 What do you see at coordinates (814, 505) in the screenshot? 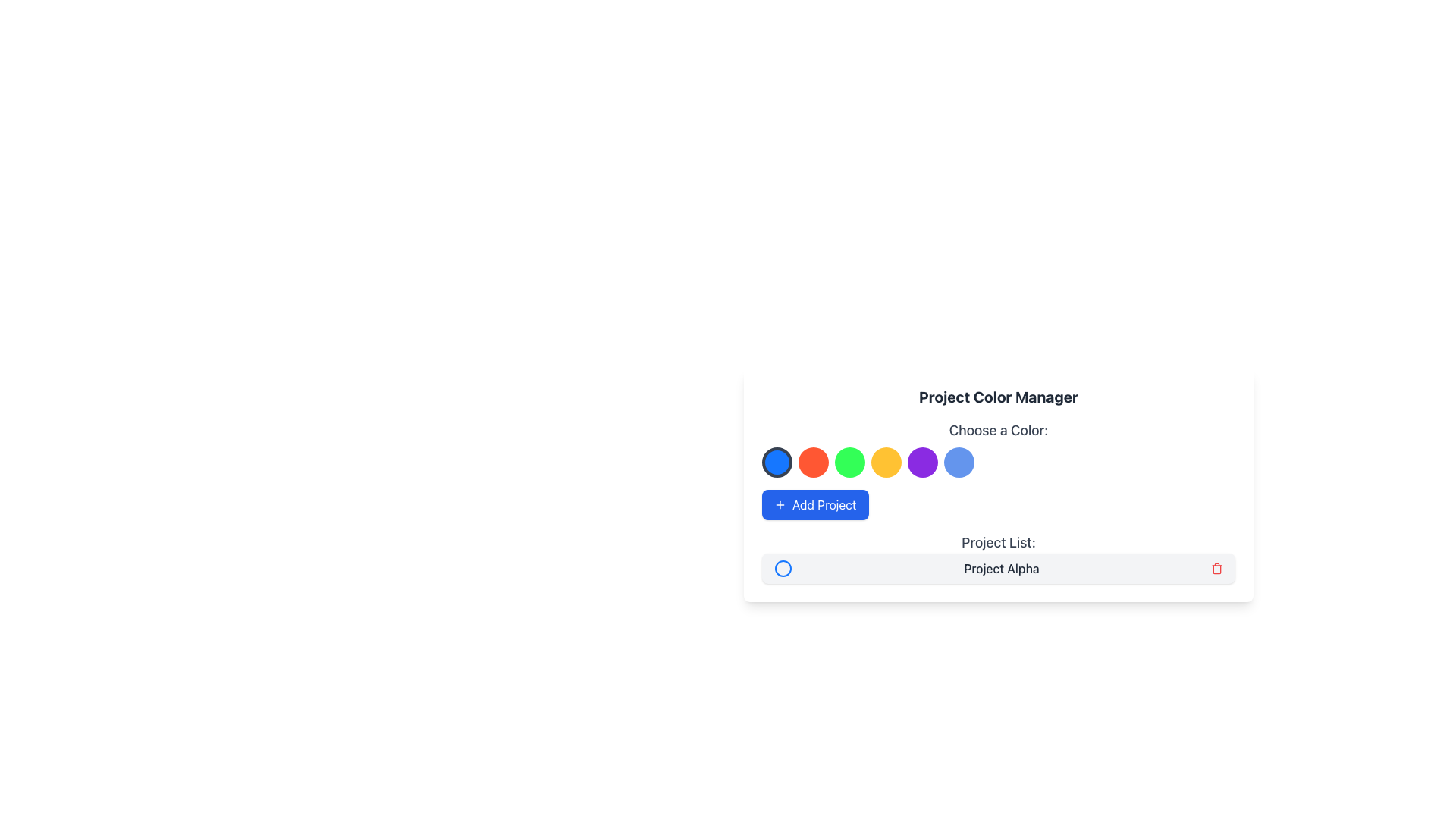
I see `the 'Add Project' button, which is a rectangular button with white text on a blue background and a white plus symbol, to change its style` at bounding box center [814, 505].